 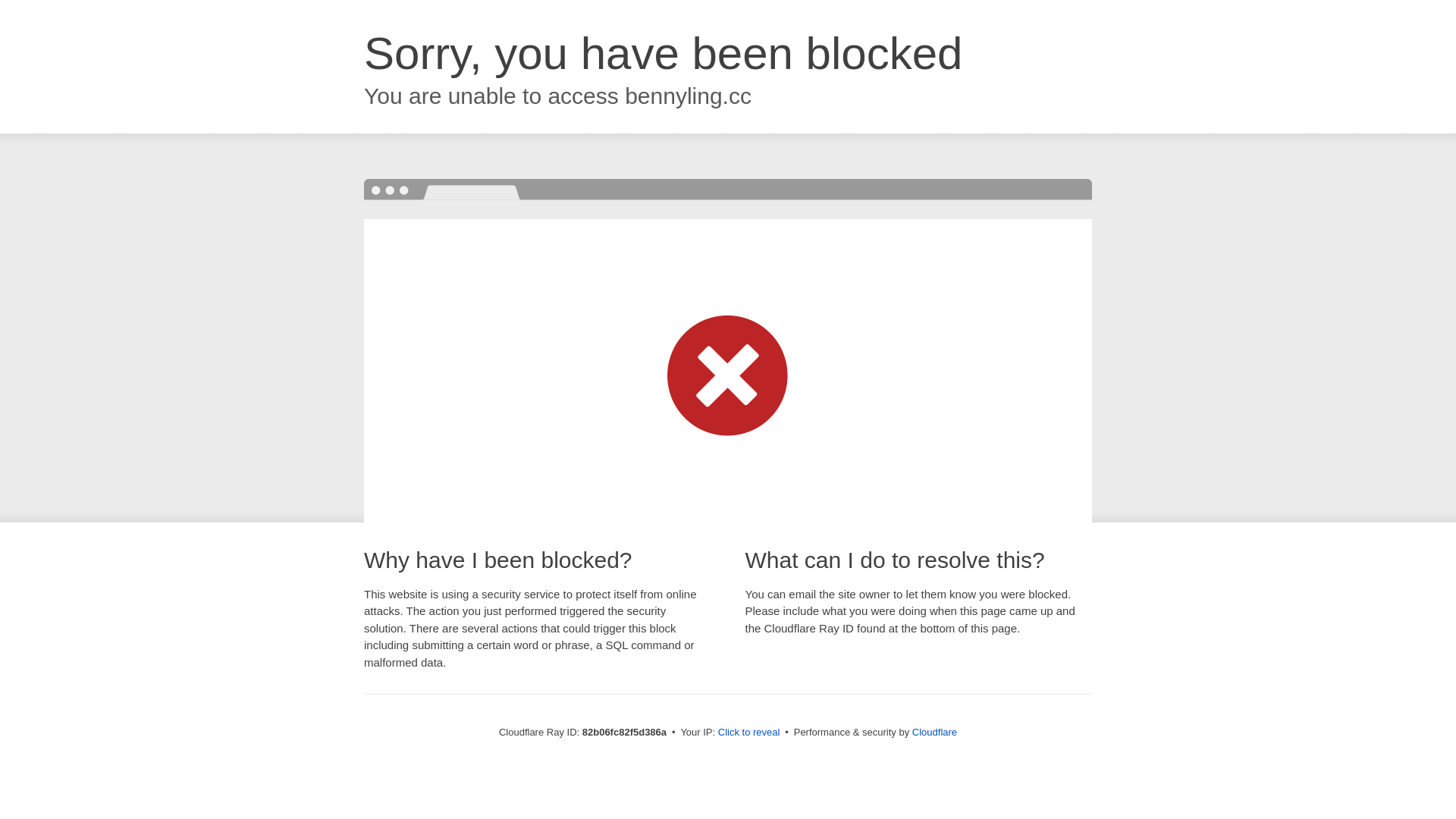 What do you see at coordinates (749, 731) in the screenshot?
I see `'Click to reveal'` at bounding box center [749, 731].